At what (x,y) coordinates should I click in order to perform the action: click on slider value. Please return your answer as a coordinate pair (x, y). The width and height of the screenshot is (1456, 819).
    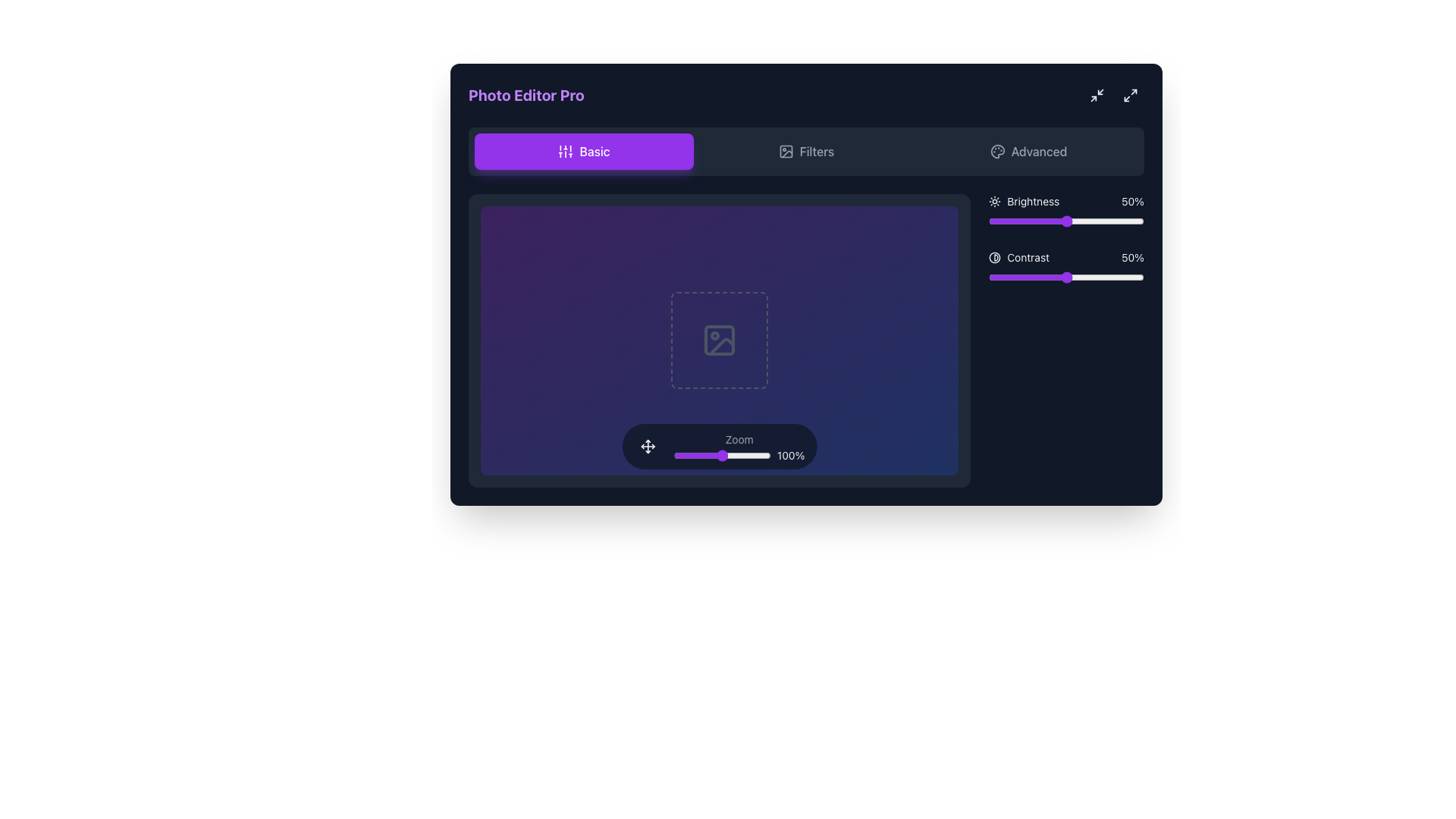
    Looking at the image, I should click on (1113, 221).